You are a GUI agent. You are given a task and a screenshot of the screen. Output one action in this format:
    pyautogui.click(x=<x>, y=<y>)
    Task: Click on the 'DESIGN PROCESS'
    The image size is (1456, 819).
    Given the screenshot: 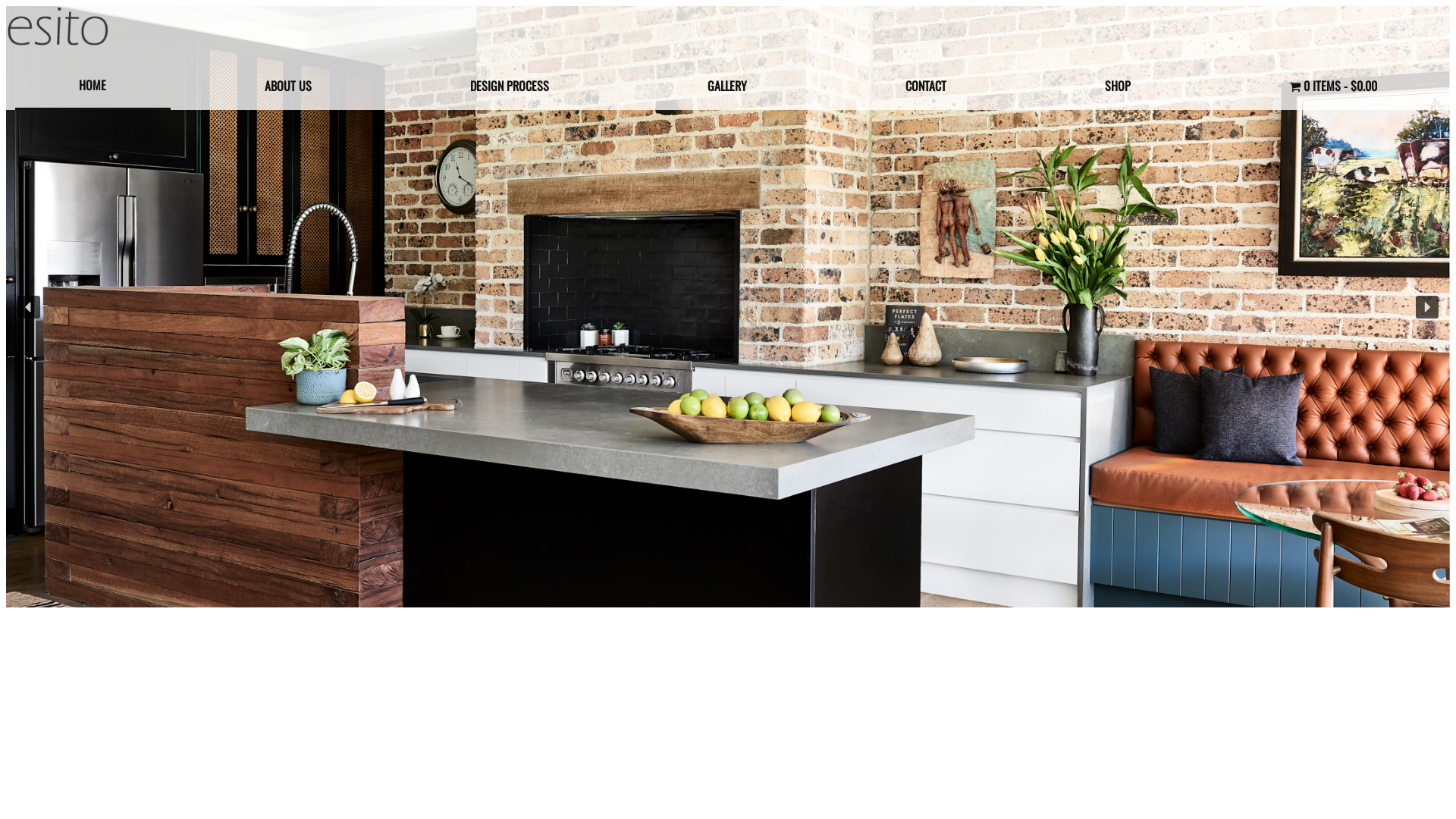 What is the action you would take?
    pyautogui.click(x=510, y=85)
    